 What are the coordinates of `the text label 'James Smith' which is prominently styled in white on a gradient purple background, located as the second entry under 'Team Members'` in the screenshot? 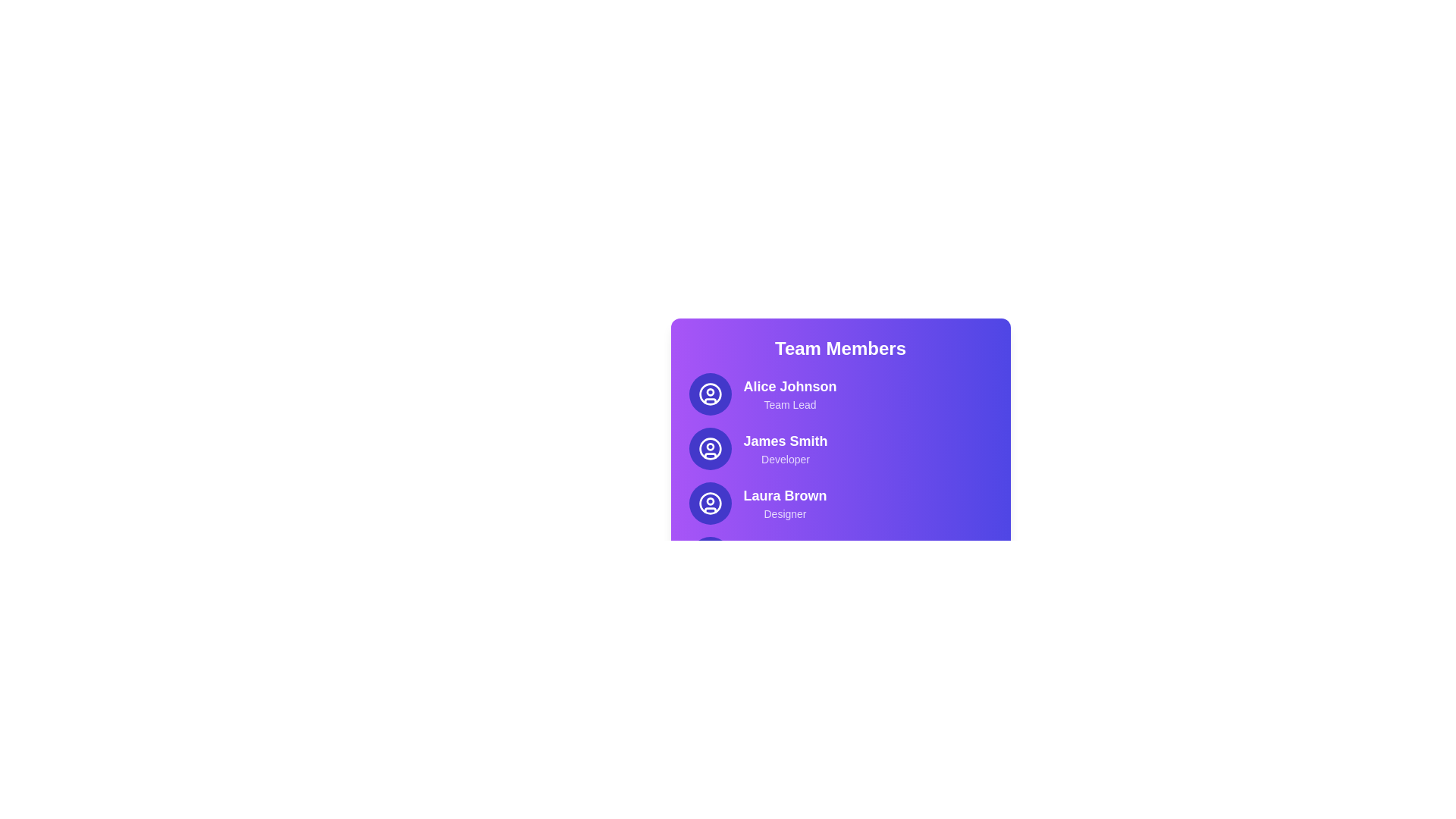 It's located at (786, 441).